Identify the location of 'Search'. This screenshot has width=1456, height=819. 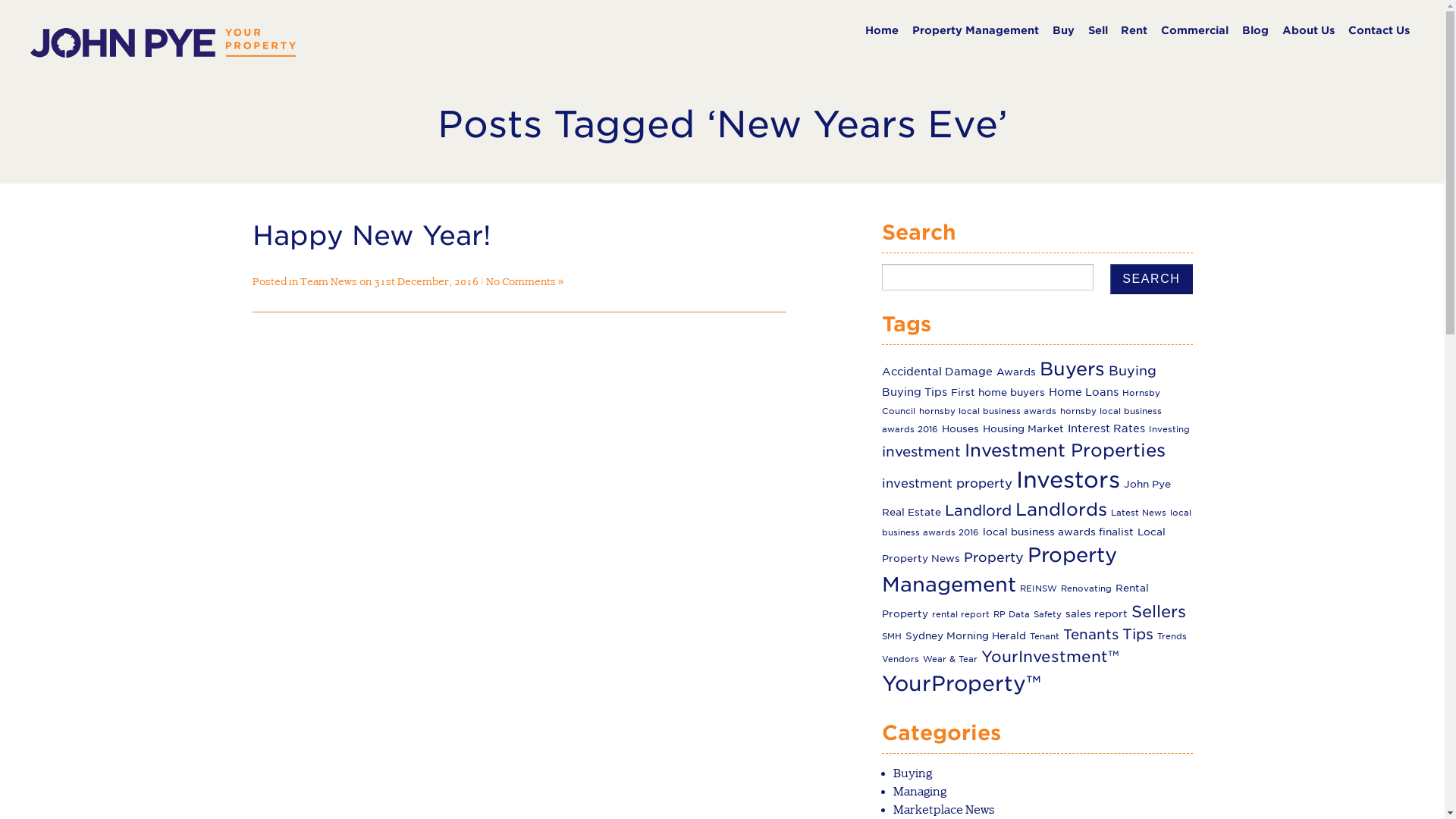
(1150, 278).